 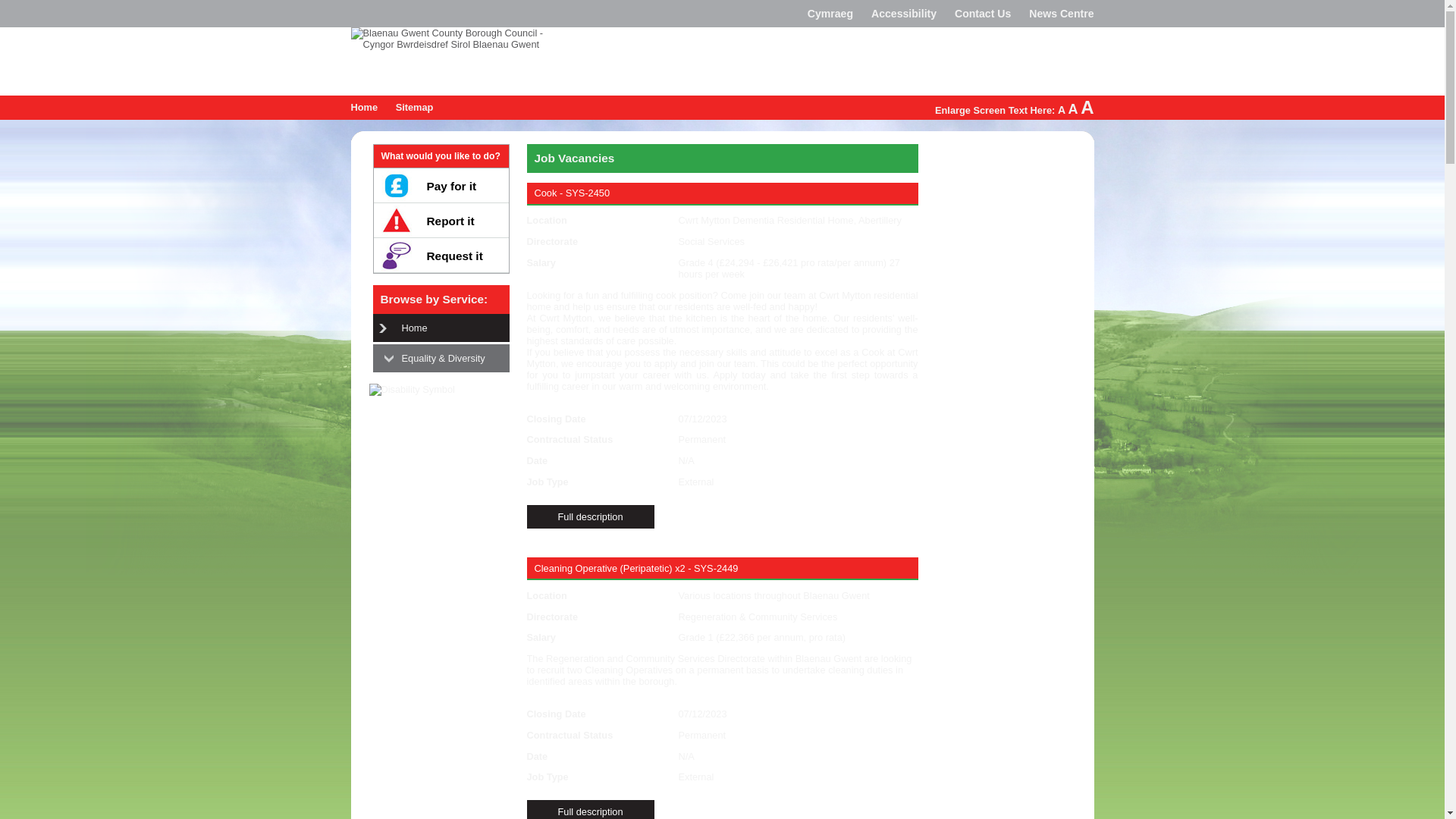 I want to click on 'News Centre', so click(x=1060, y=14).